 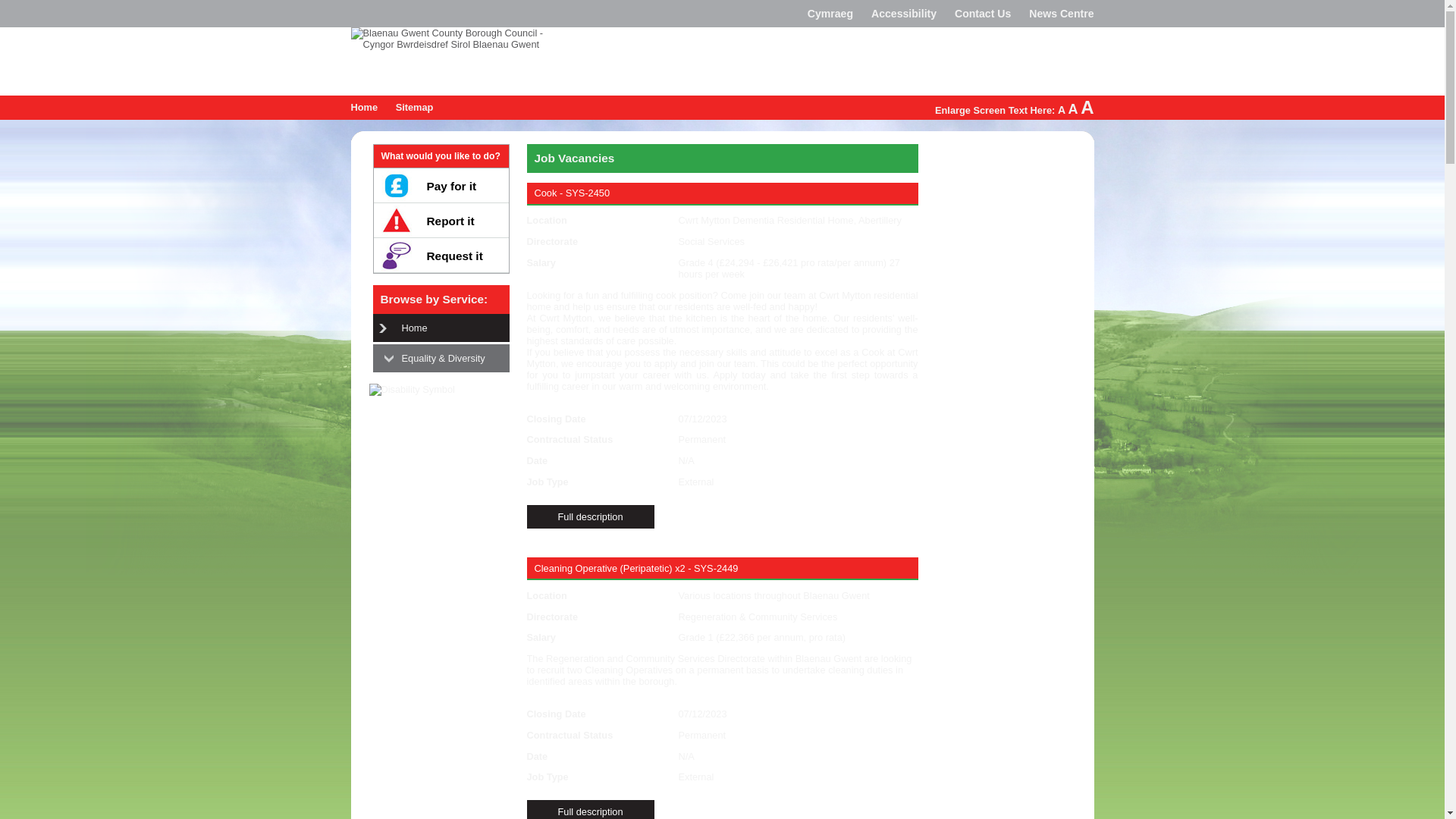 I want to click on 'News Centre', so click(x=1060, y=14).